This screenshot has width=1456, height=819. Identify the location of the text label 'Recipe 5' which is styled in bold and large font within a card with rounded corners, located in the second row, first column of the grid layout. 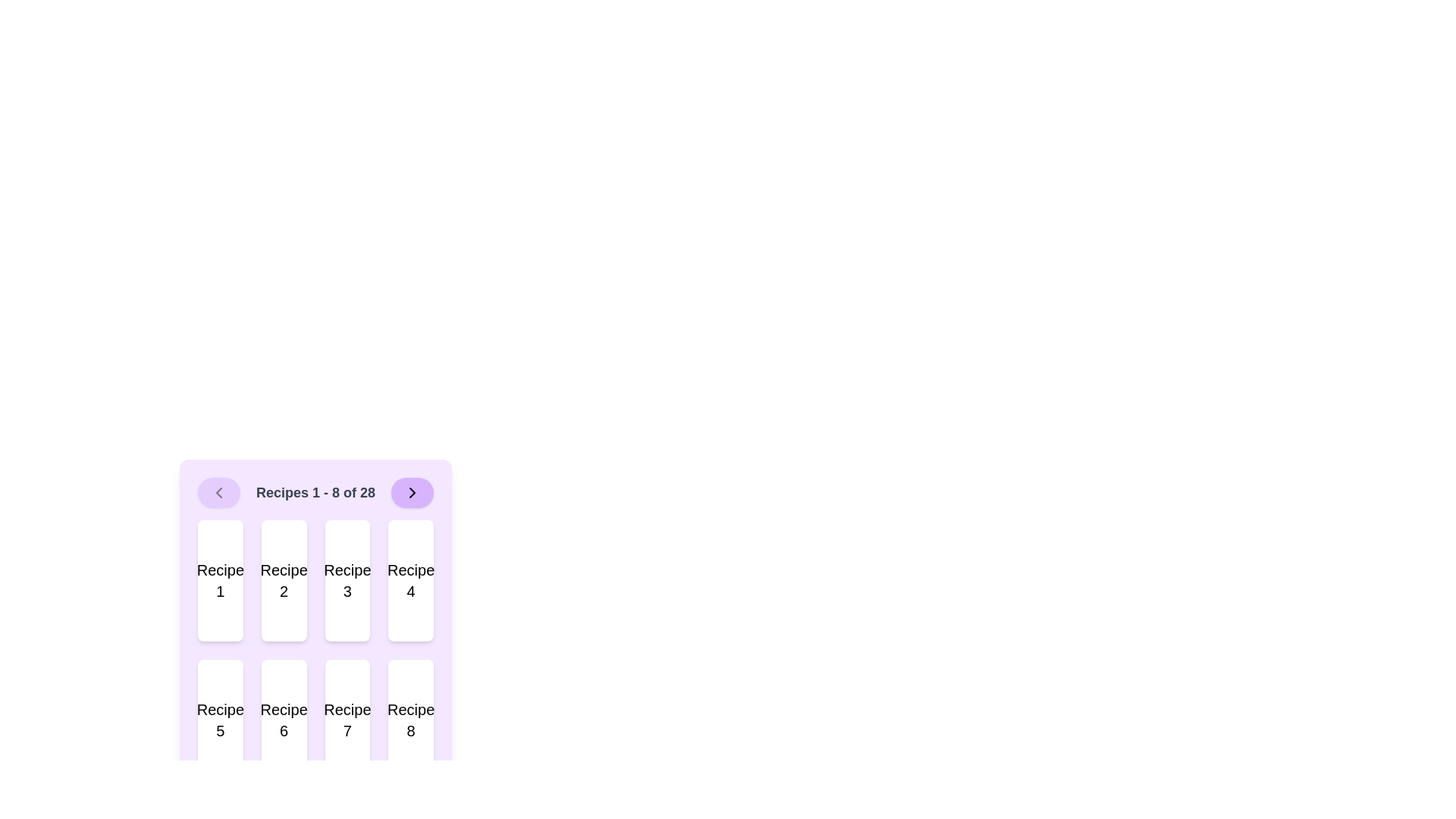
(219, 719).